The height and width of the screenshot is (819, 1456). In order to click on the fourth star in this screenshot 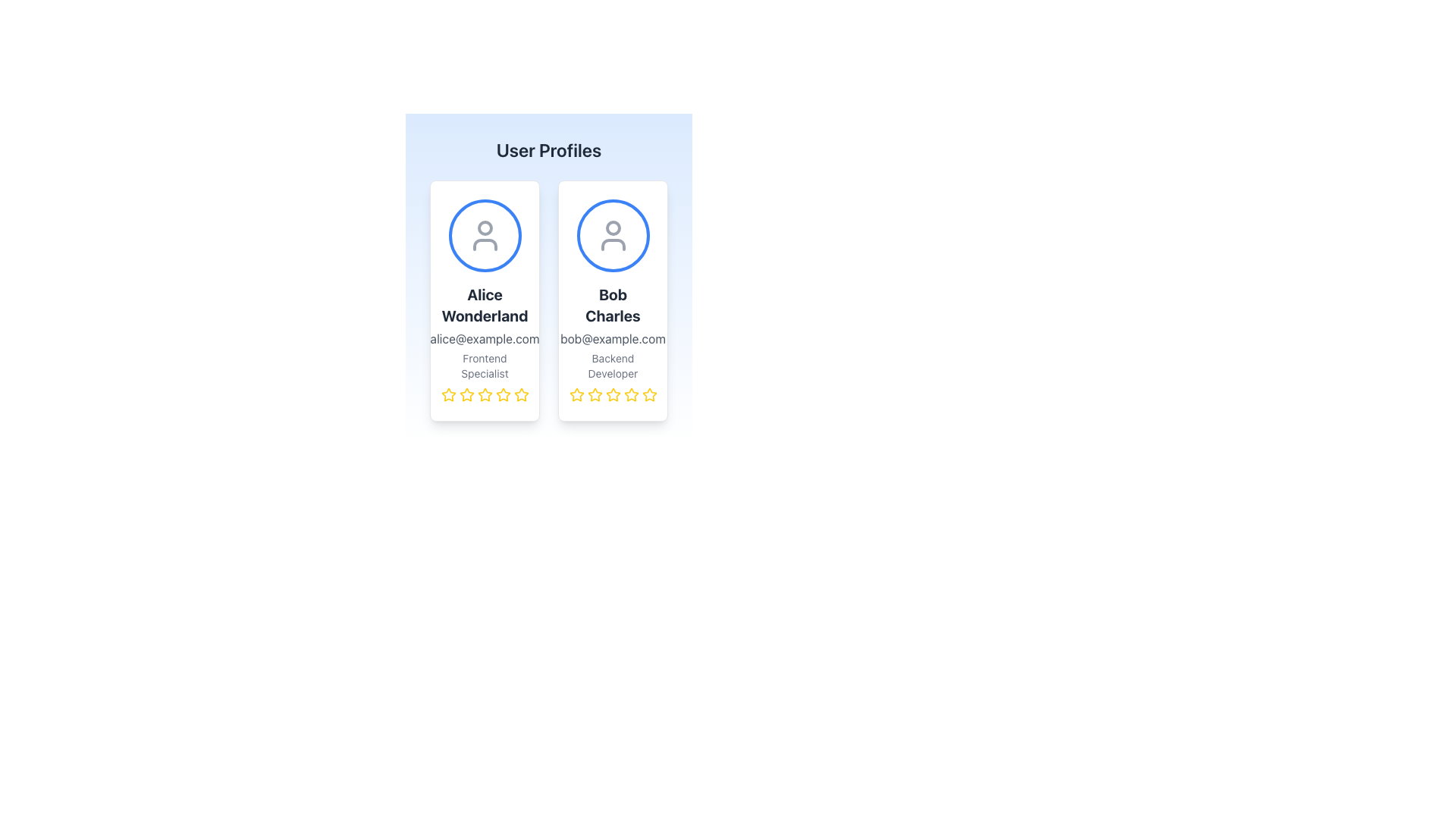, I will do `click(613, 394)`.